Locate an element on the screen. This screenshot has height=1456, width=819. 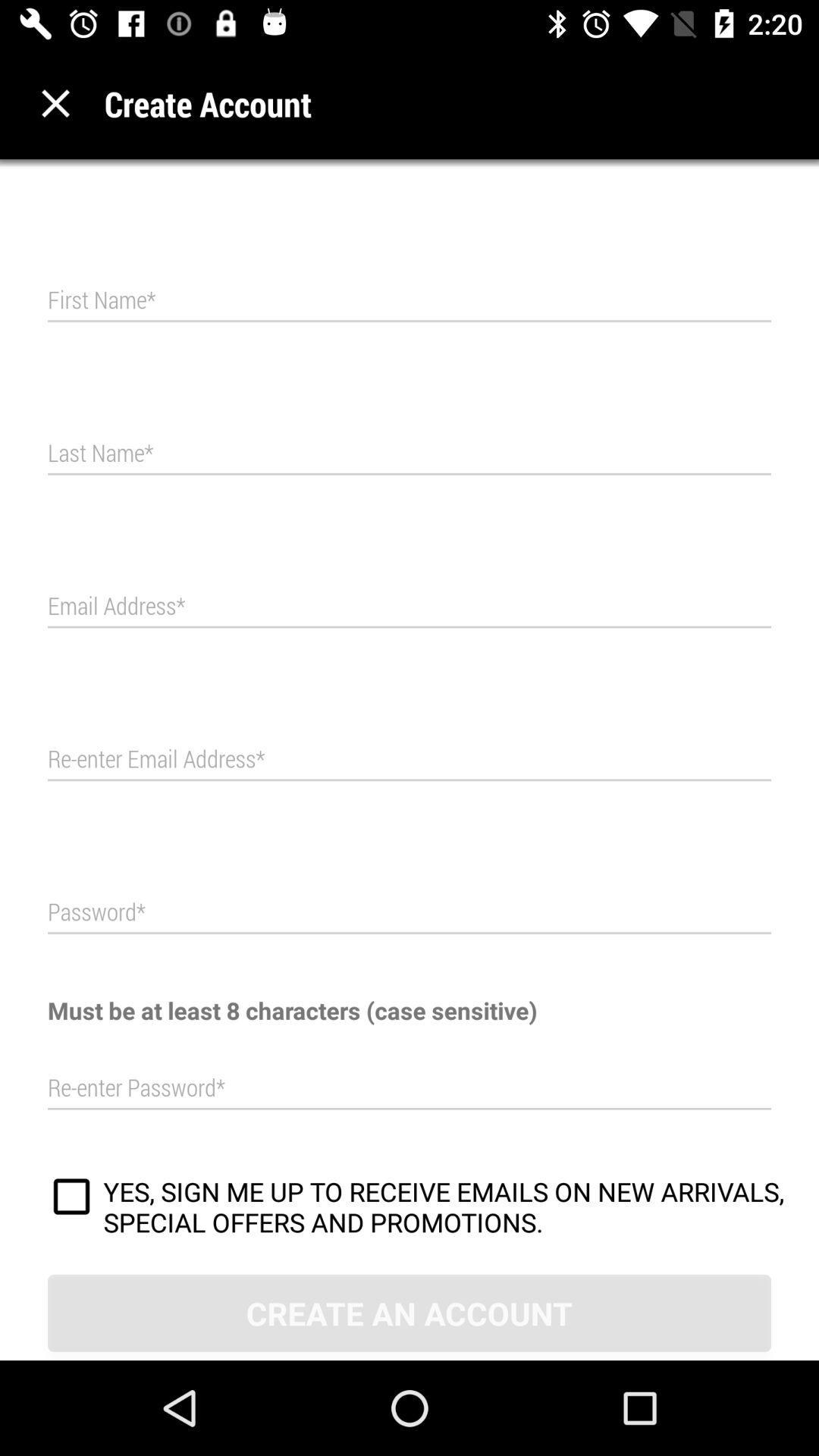
sign up is located at coordinates (71, 1198).